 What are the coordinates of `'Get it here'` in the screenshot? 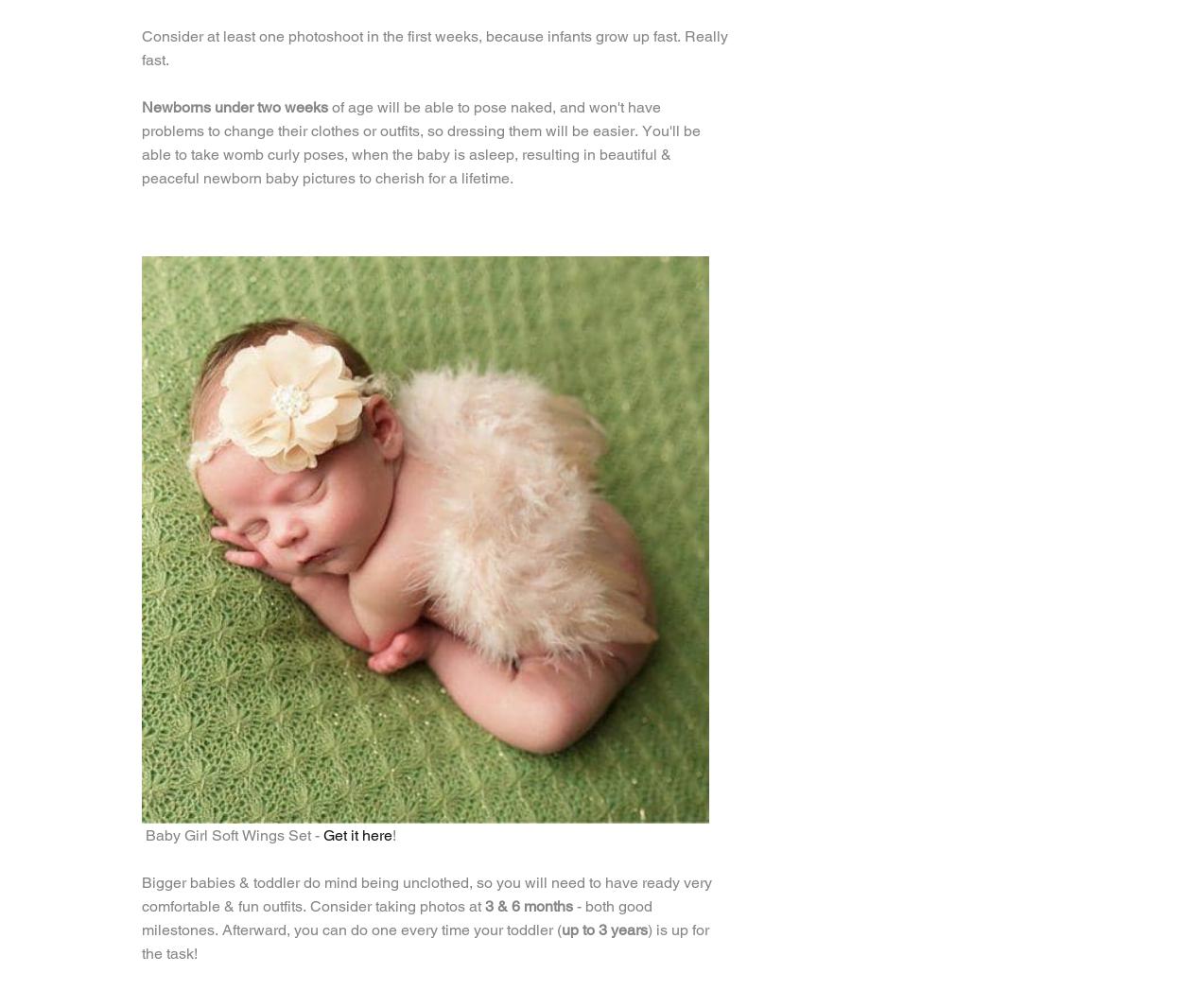 It's located at (357, 835).